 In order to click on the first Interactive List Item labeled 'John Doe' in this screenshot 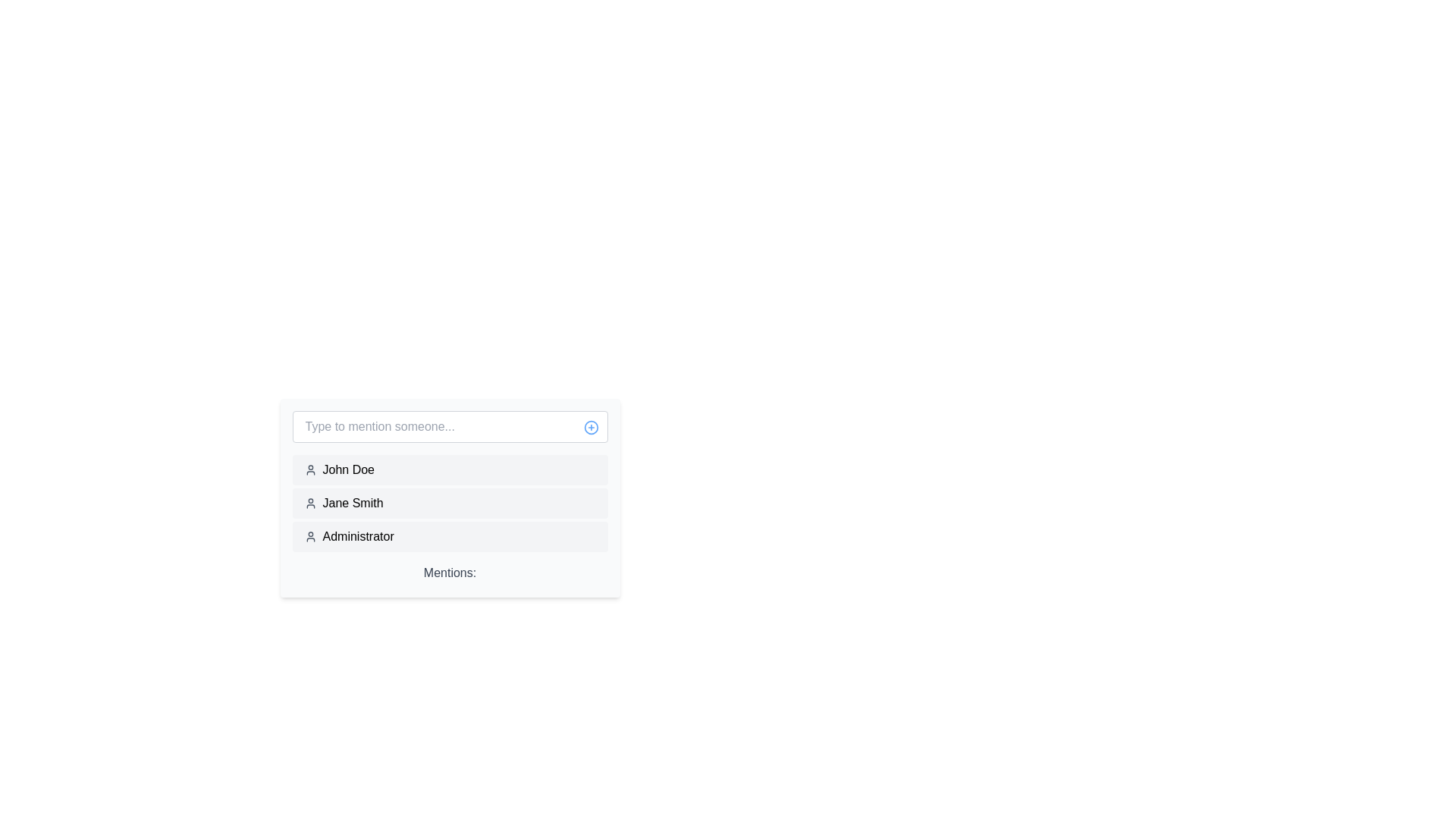, I will do `click(449, 469)`.